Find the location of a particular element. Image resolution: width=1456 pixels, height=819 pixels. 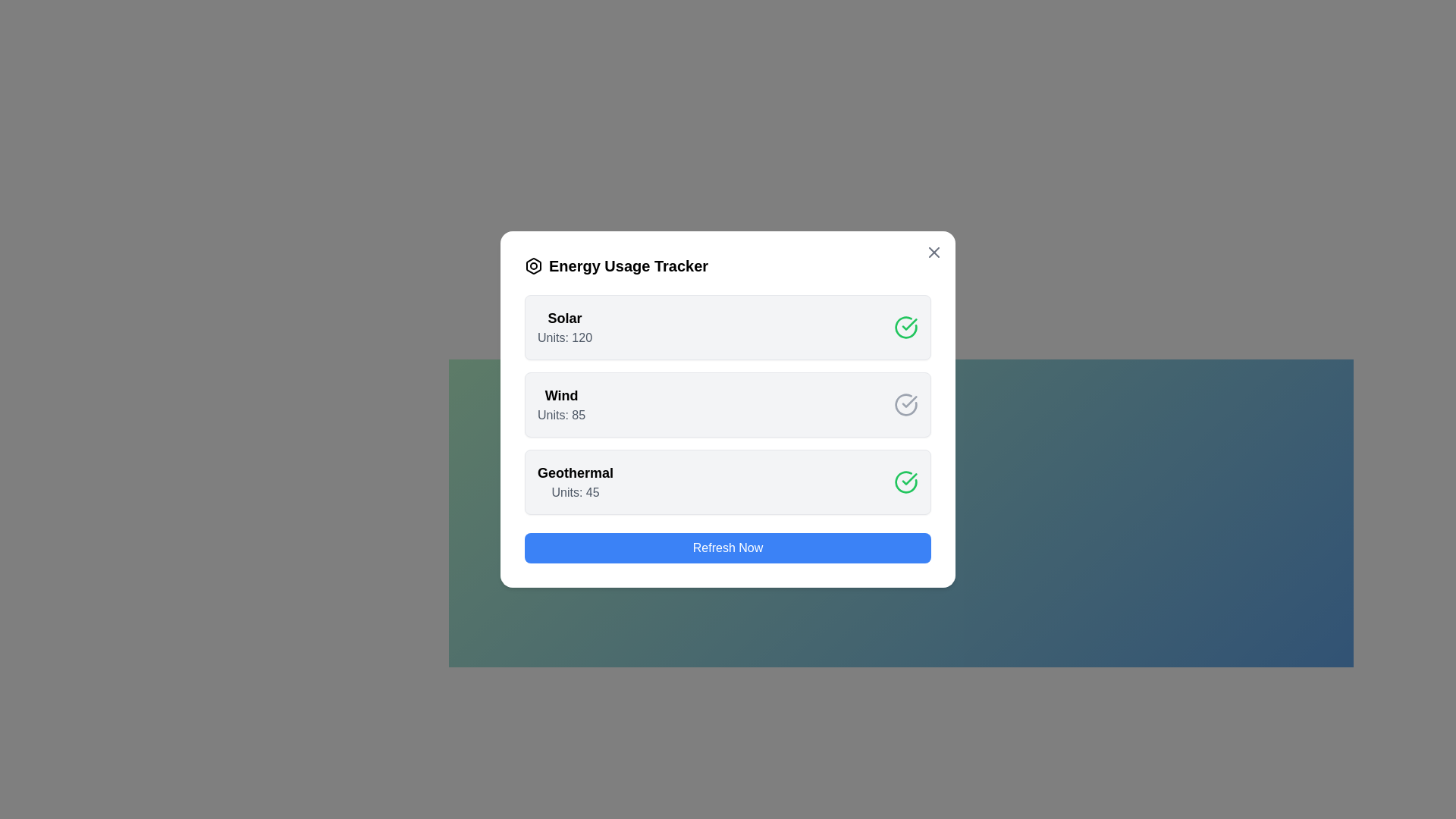

the status icon in the Data display section labeled 'Wind' with the text 'Units: 85' below it, which is located in the 'Energy Usage Tracker' modal window is located at coordinates (728, 403).